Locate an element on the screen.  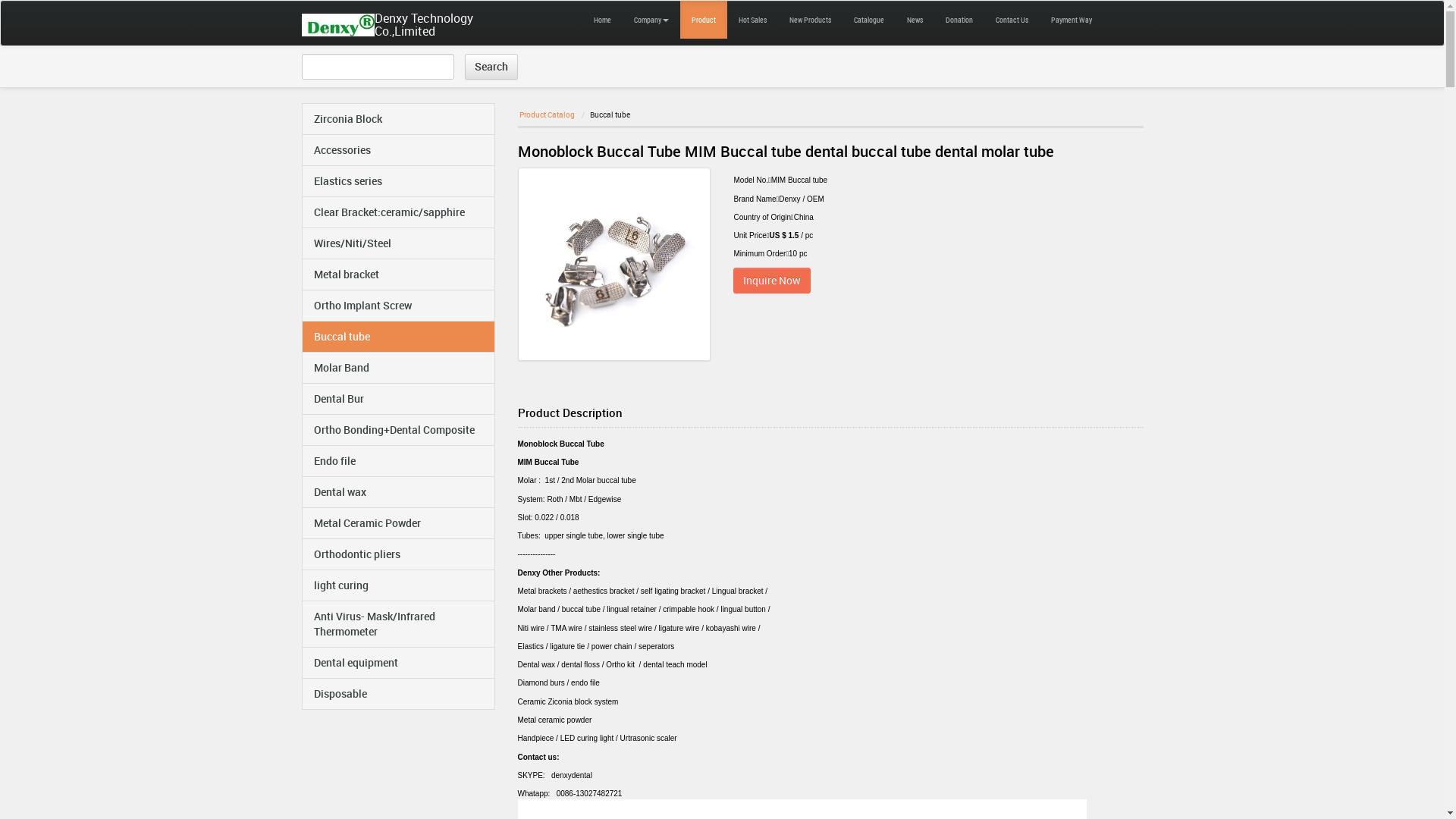
'Orthodontic pliers' is located at coordinates (397, 554).